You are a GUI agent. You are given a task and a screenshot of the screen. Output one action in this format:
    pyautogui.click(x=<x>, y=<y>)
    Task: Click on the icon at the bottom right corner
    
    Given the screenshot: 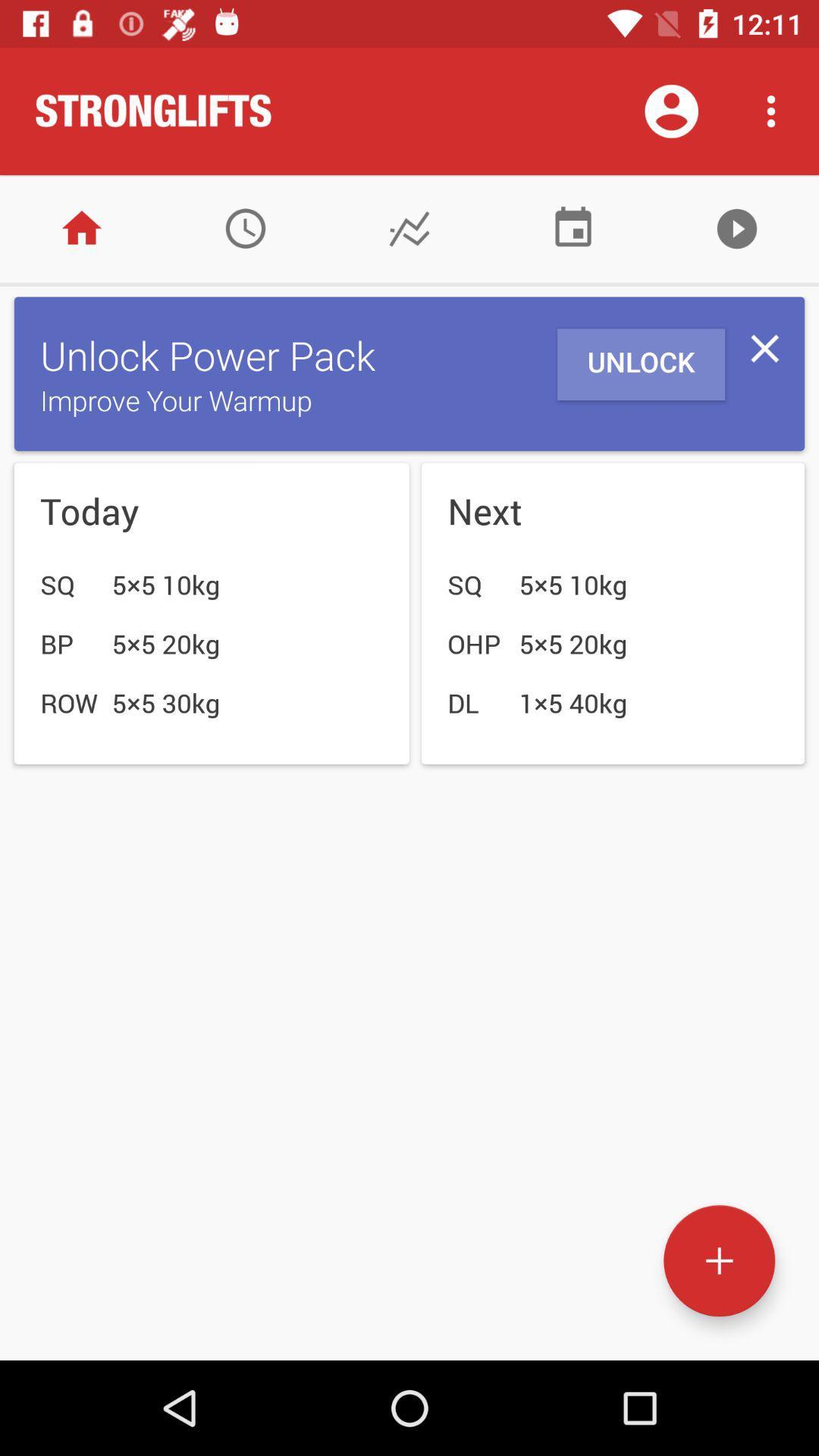 What is the action you would take?
    pyautogui.click(x=718, y=1260)
    